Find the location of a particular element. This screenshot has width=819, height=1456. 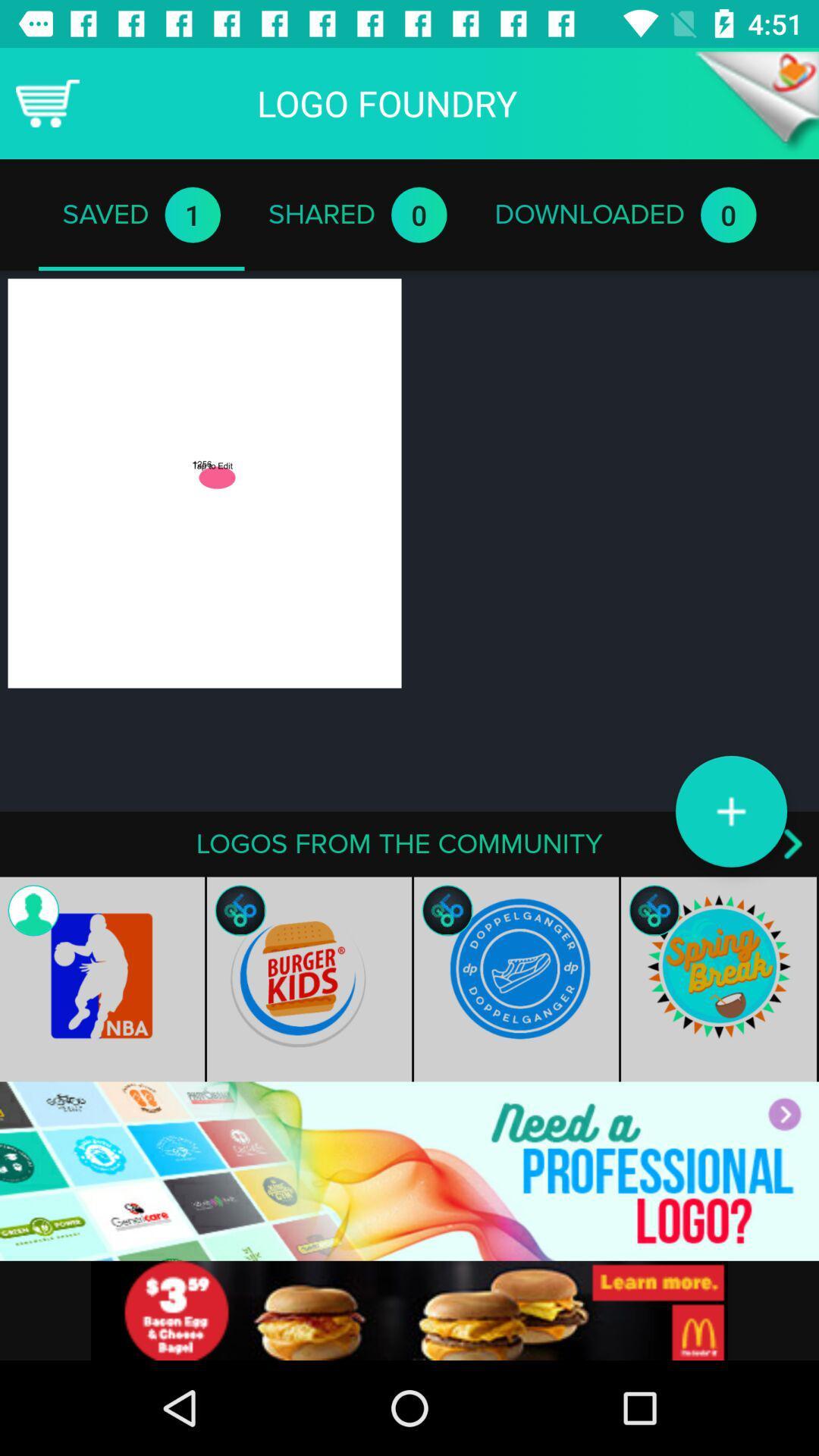

log in is located at coordinates (409, 1170).